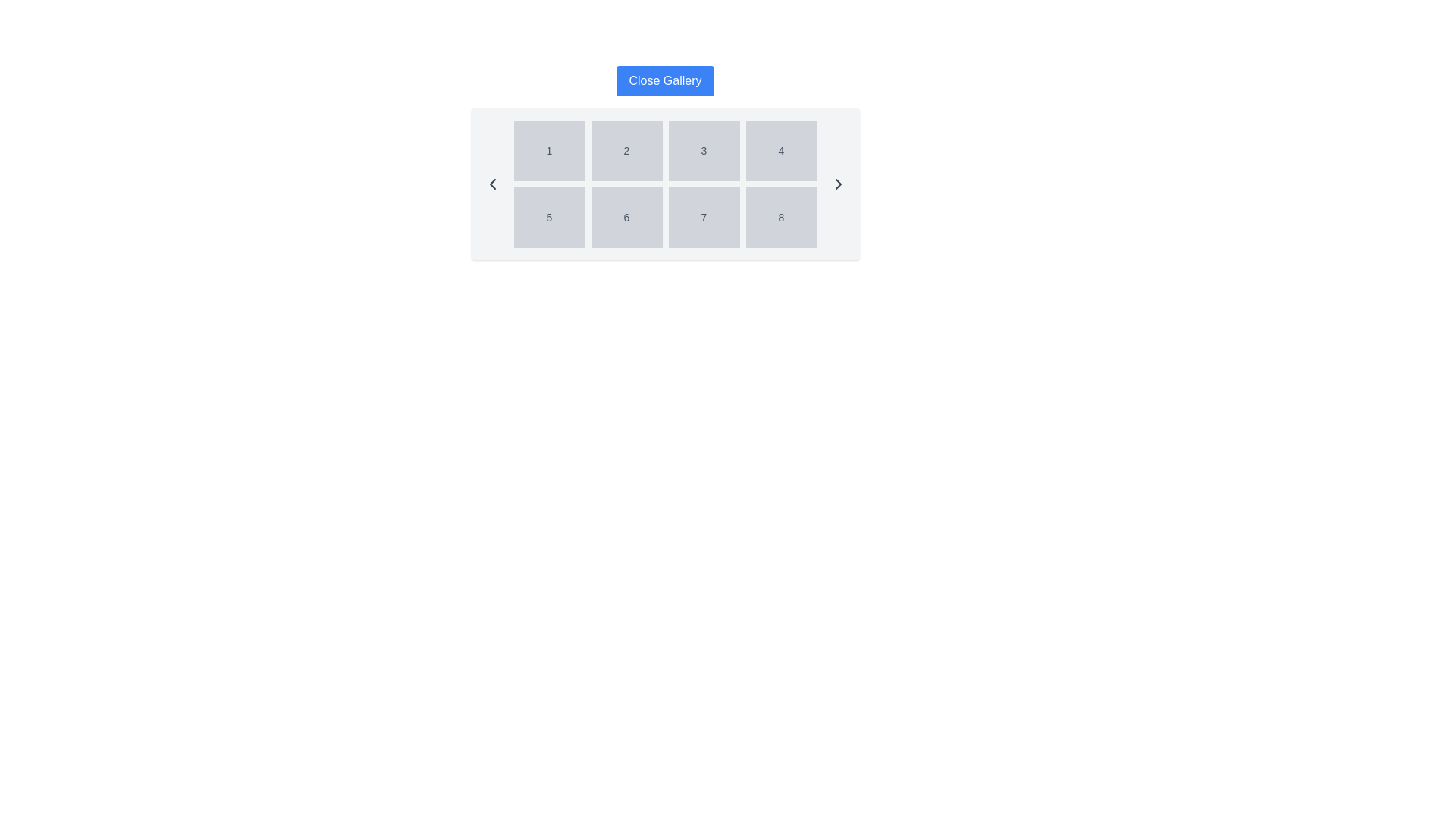  Describe the element at coordinates (837, 184) in the screenshot. I see `the right-pointing arrow button` at that location.